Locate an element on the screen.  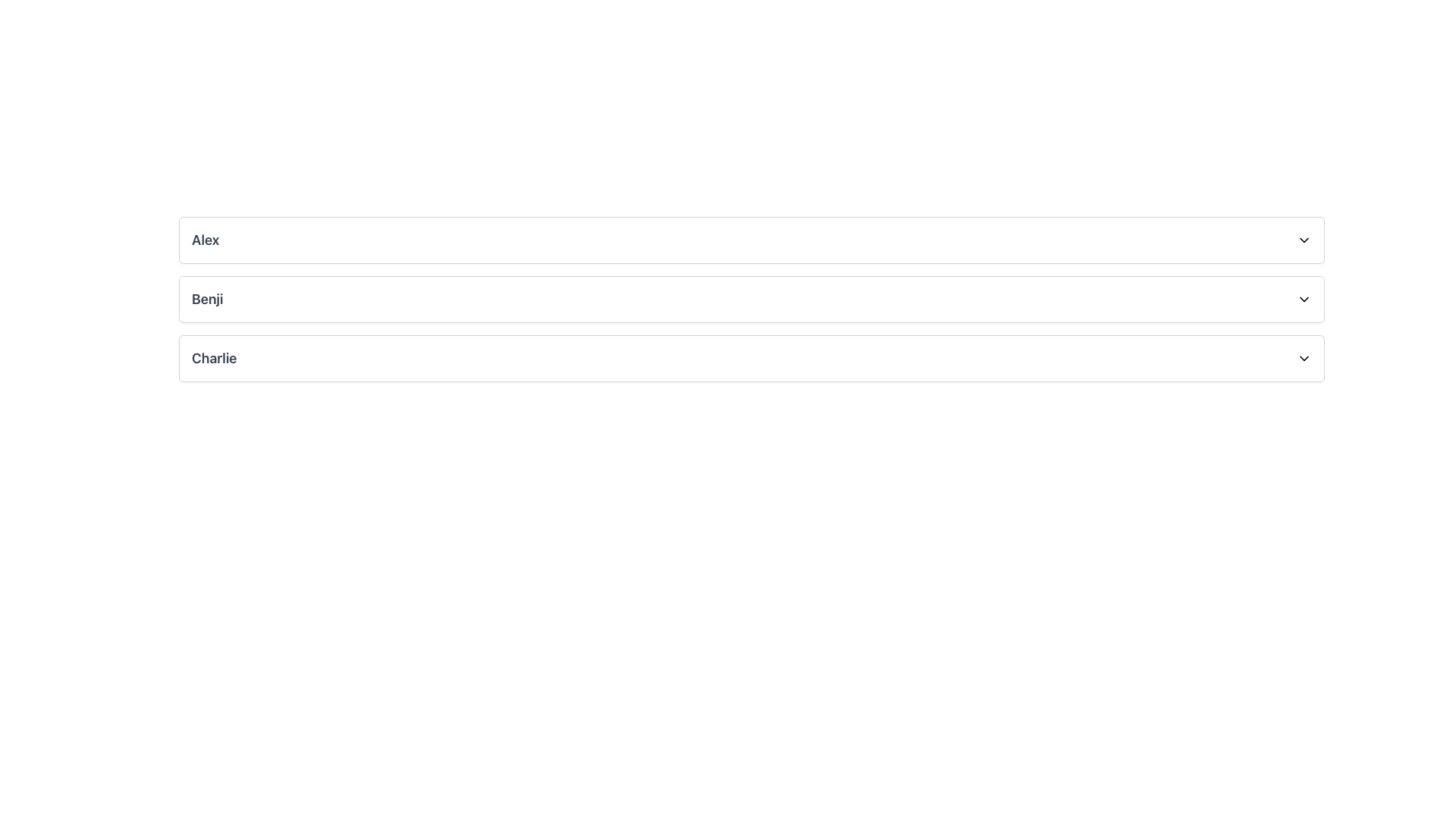
the downward-facing chevron icon on the right side of the row labeled 'Charlie' for visual feedback is located at coordinates (1303, 359).